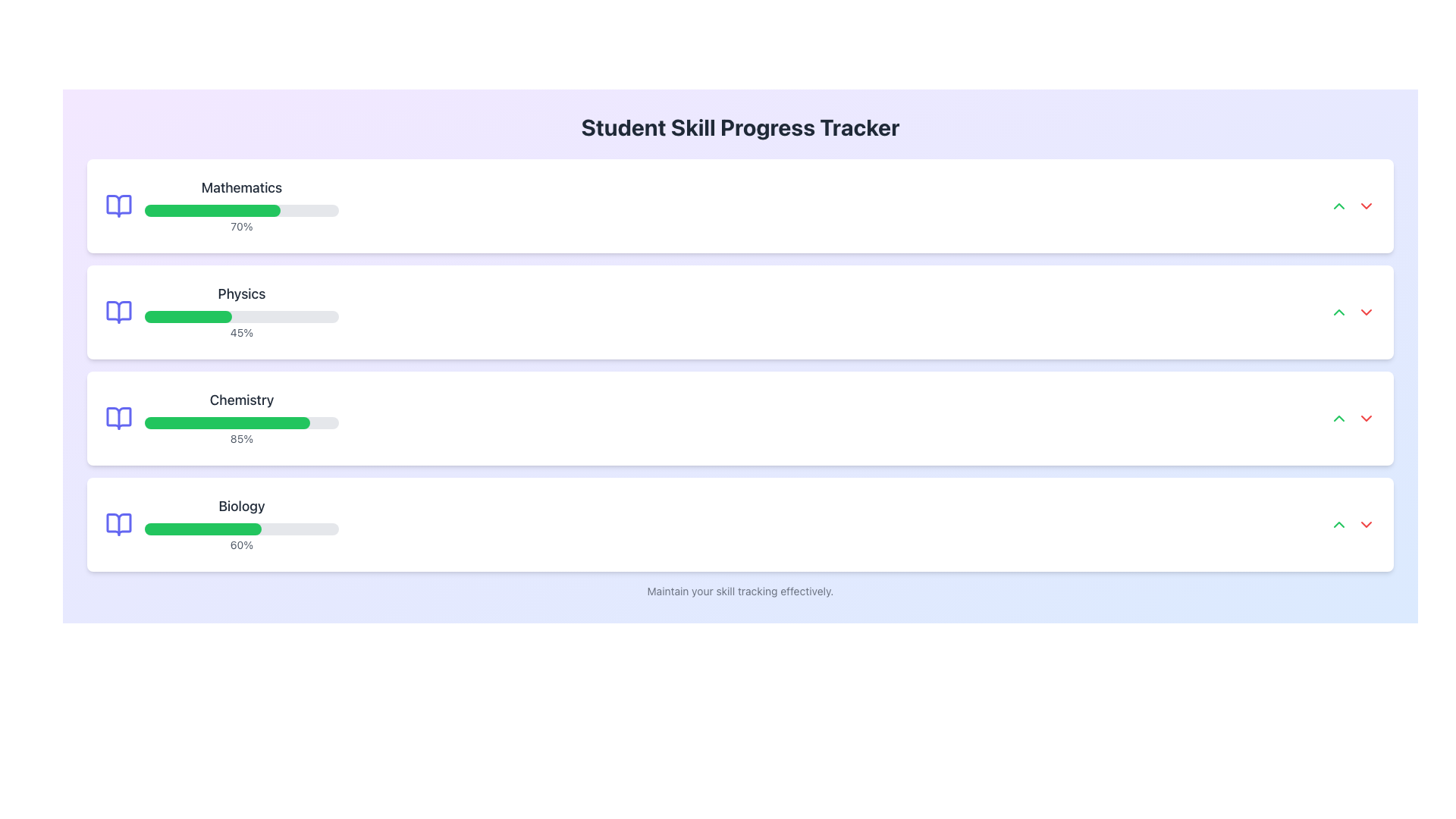 The image size is (1456, 819). I want to click on the open book icon representing 'Physics' in the subject list, which is the second book icon and positioned to the left of the 'Physics' label, so click(118, 312).